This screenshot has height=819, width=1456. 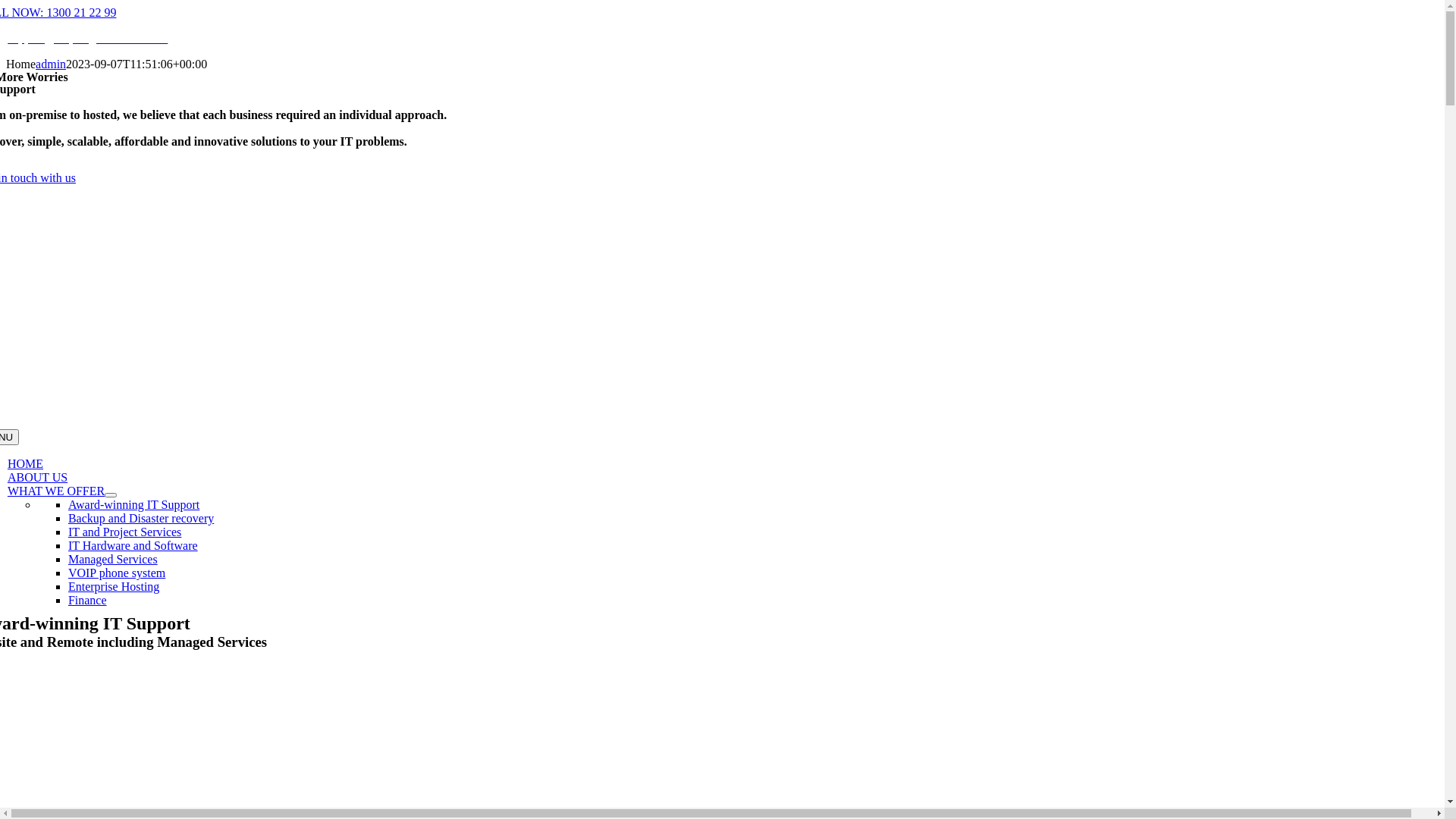 I want to click on 'VOIP phone system', so click(x=115, y=573).